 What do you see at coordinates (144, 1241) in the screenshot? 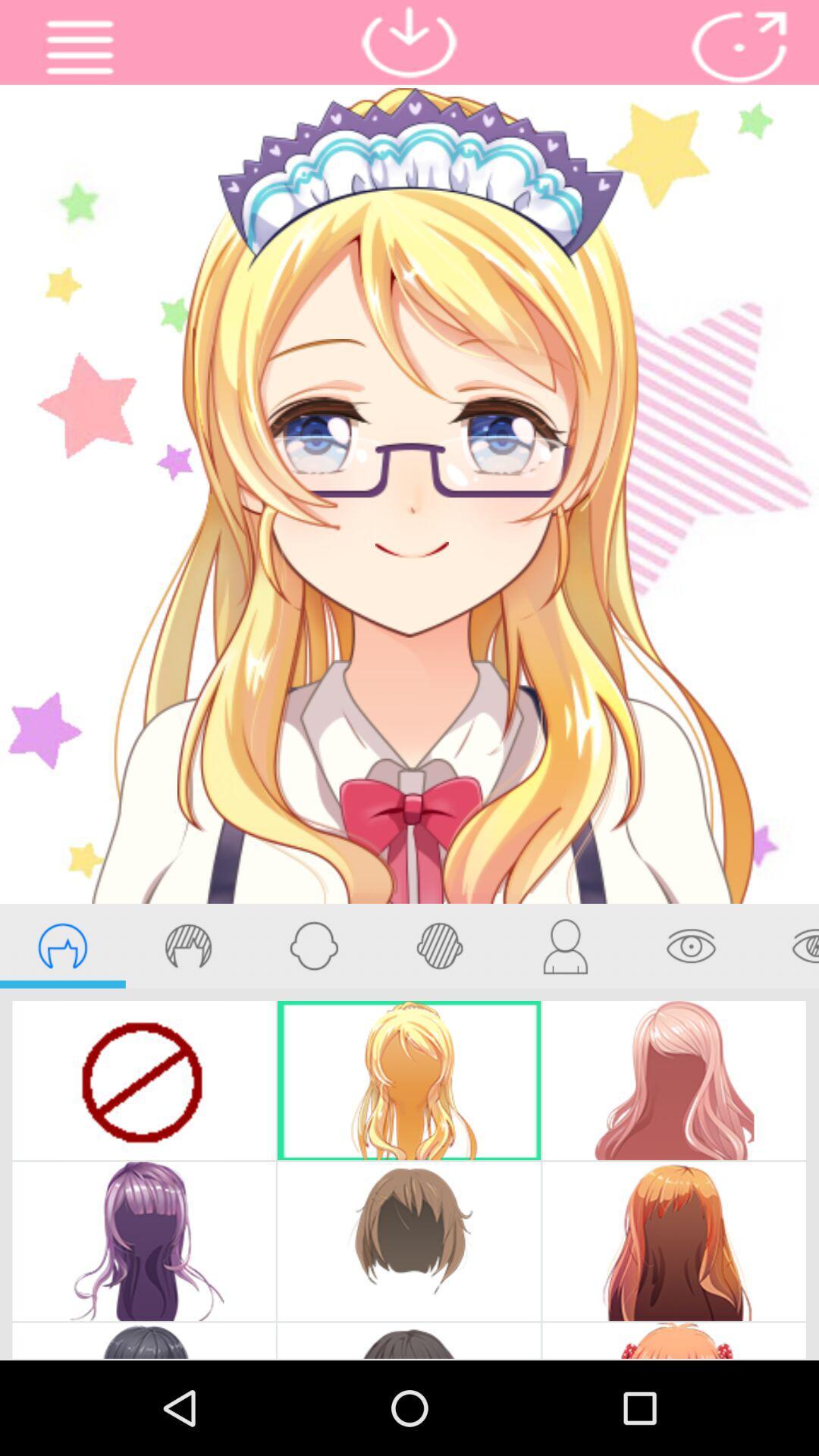
I see `first hair image in the second row` at bounding box center [144, 1241].